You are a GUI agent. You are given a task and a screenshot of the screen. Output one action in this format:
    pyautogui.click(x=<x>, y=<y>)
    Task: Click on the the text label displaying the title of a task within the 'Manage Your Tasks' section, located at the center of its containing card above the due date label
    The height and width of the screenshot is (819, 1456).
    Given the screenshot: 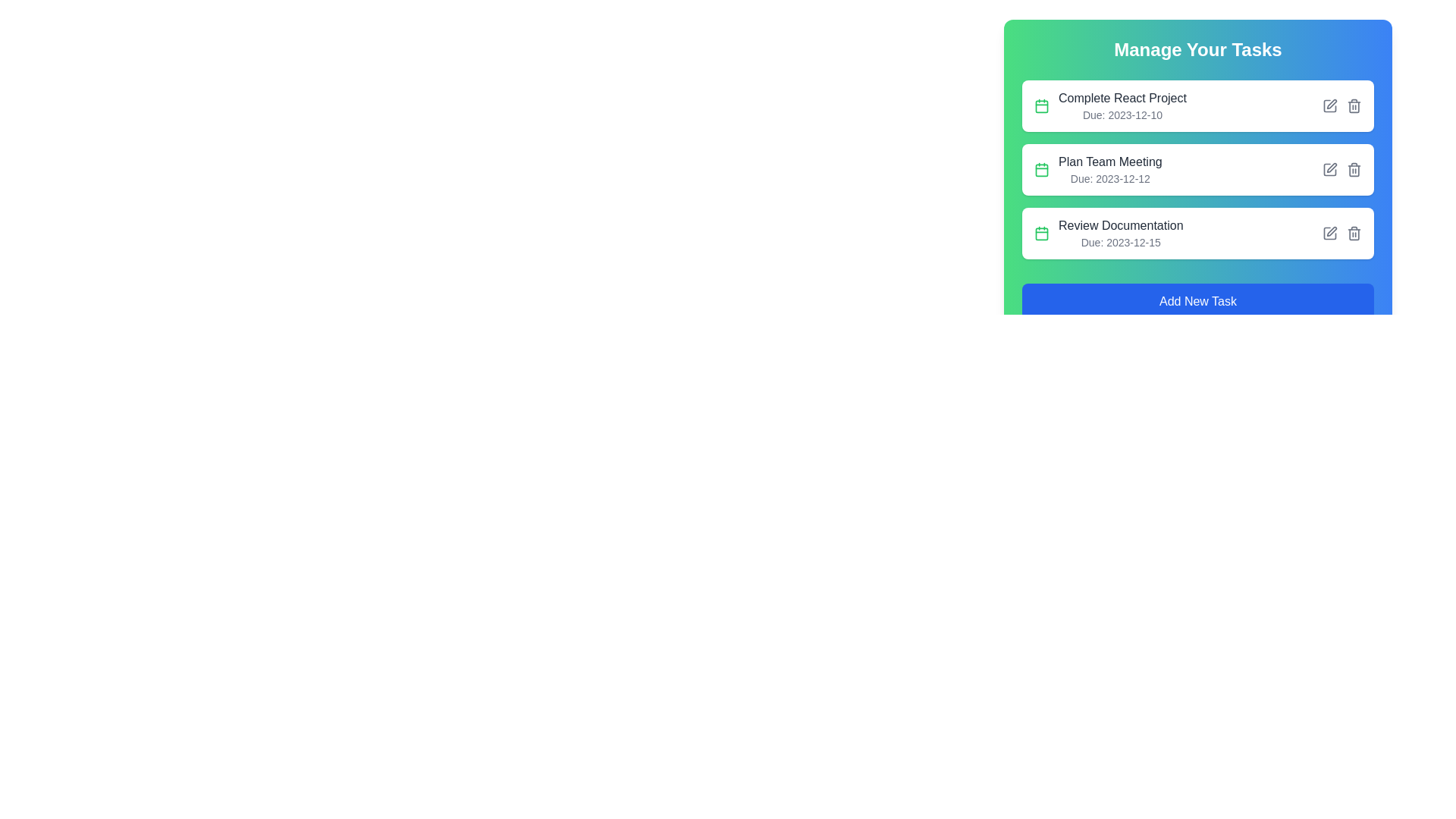 What is the action you would take?
    pyautogui.click(x=1122, y=99)
    